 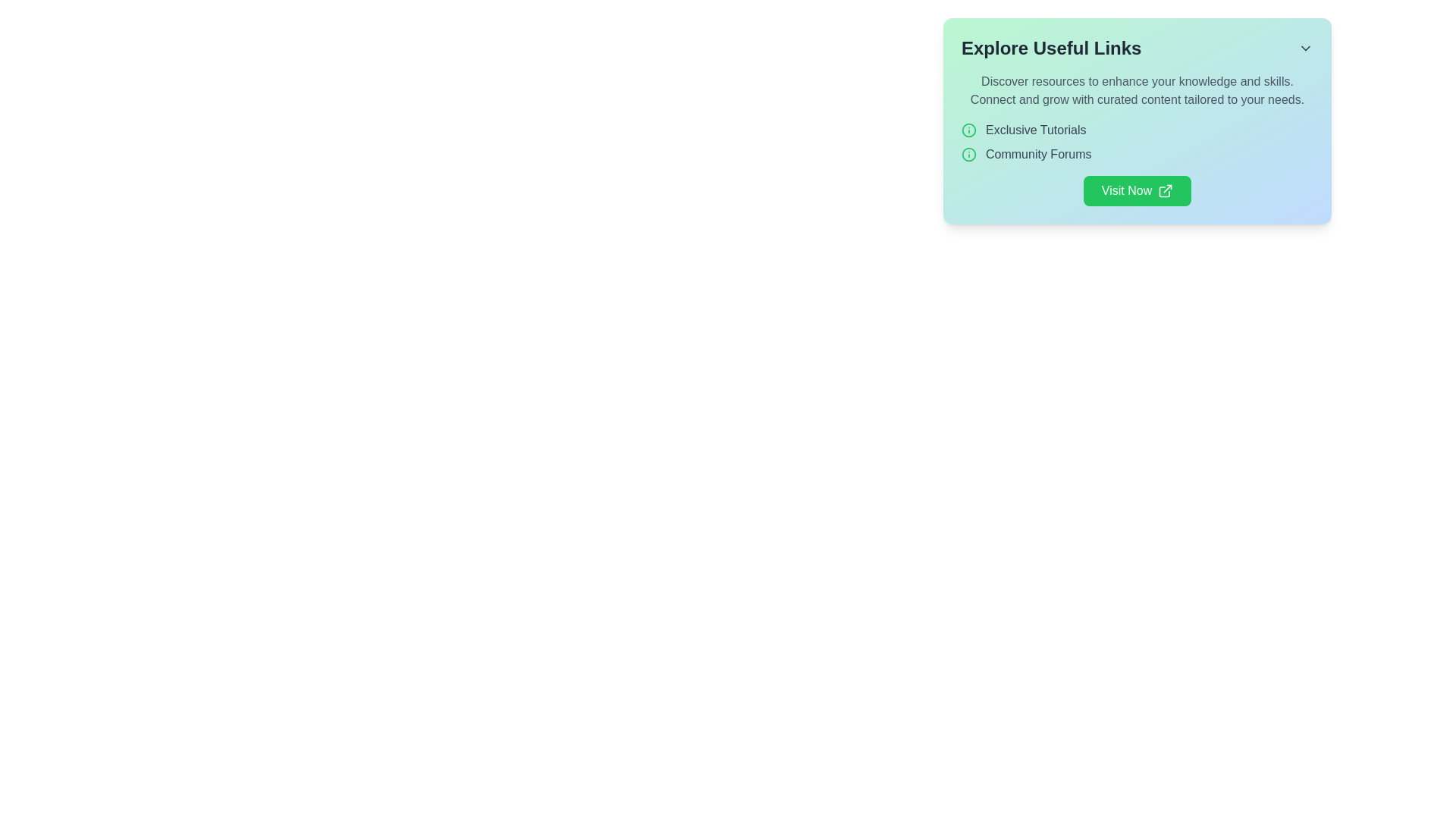 What do you see at coordinates (1137, 90) in the screenshot?
I see `the centered static text block containing two sentences, styled in grey font against a gradient background, positioned beneath the title 'Explore Useful Links'` at bounding box center [1137, 90].